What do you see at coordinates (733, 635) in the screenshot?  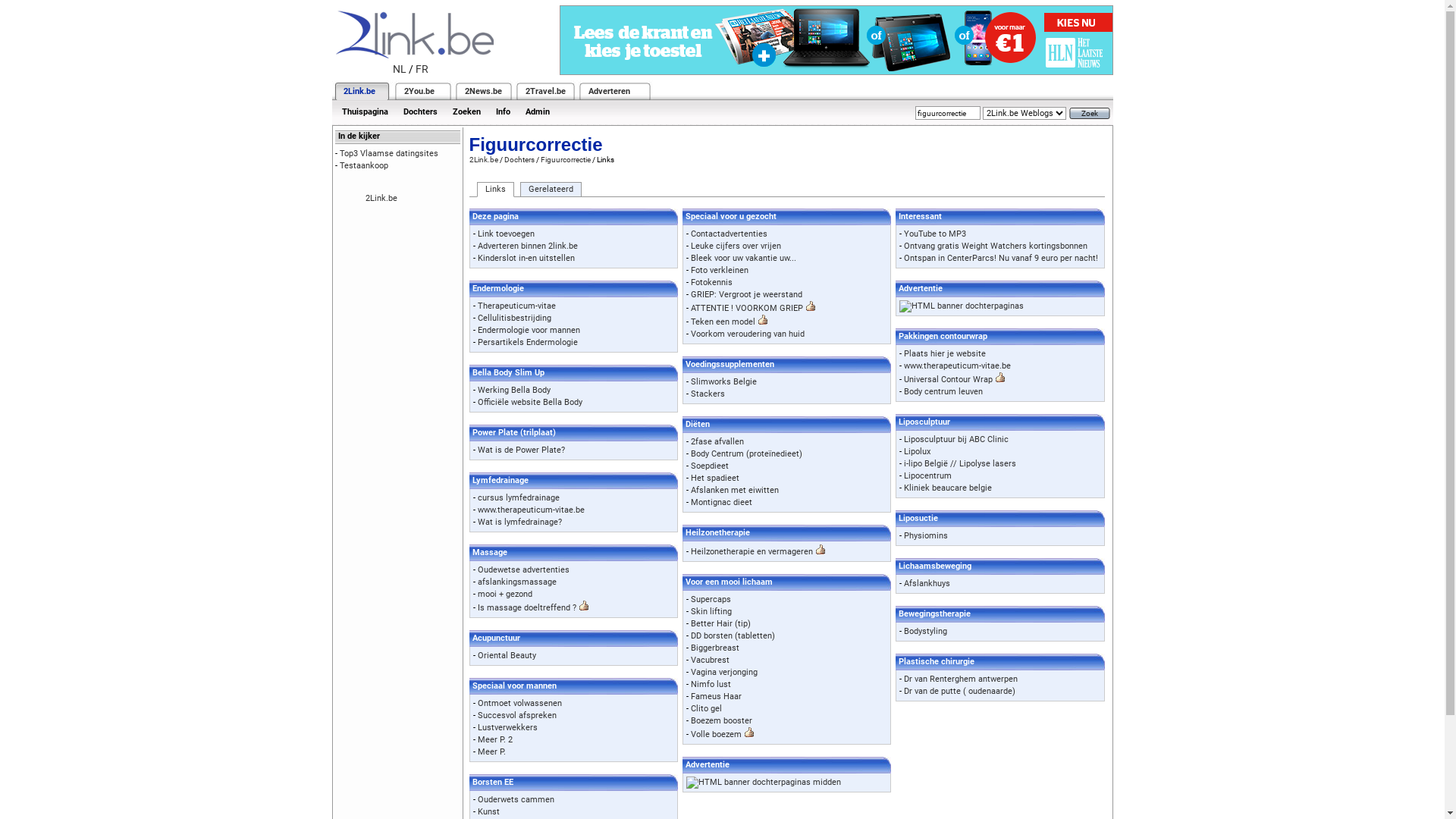 I see `'DD borsten (tabletten)'` at bounding box center [733, 635].